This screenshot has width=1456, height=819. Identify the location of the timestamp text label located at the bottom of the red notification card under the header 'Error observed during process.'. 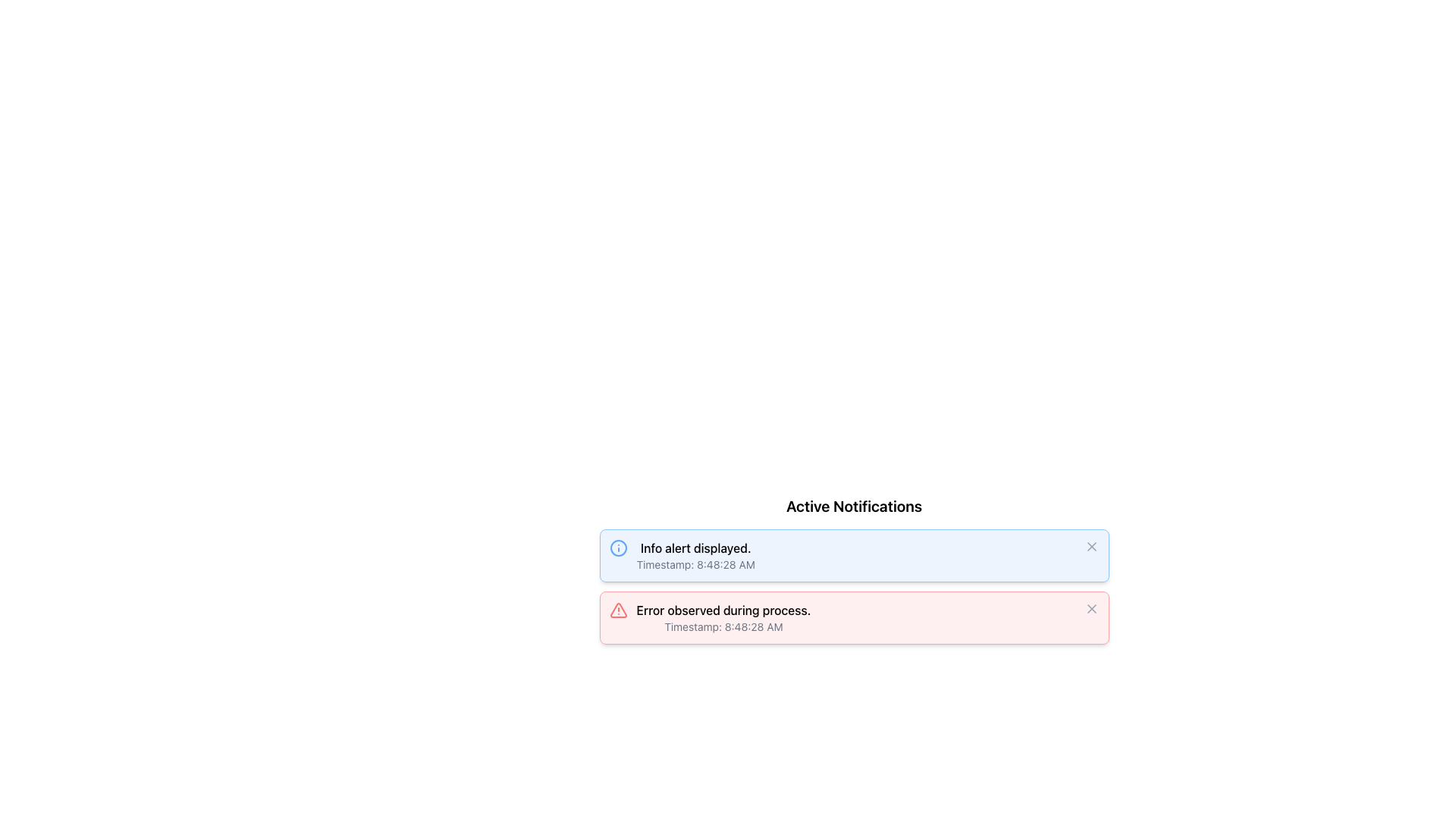
(723, 626).